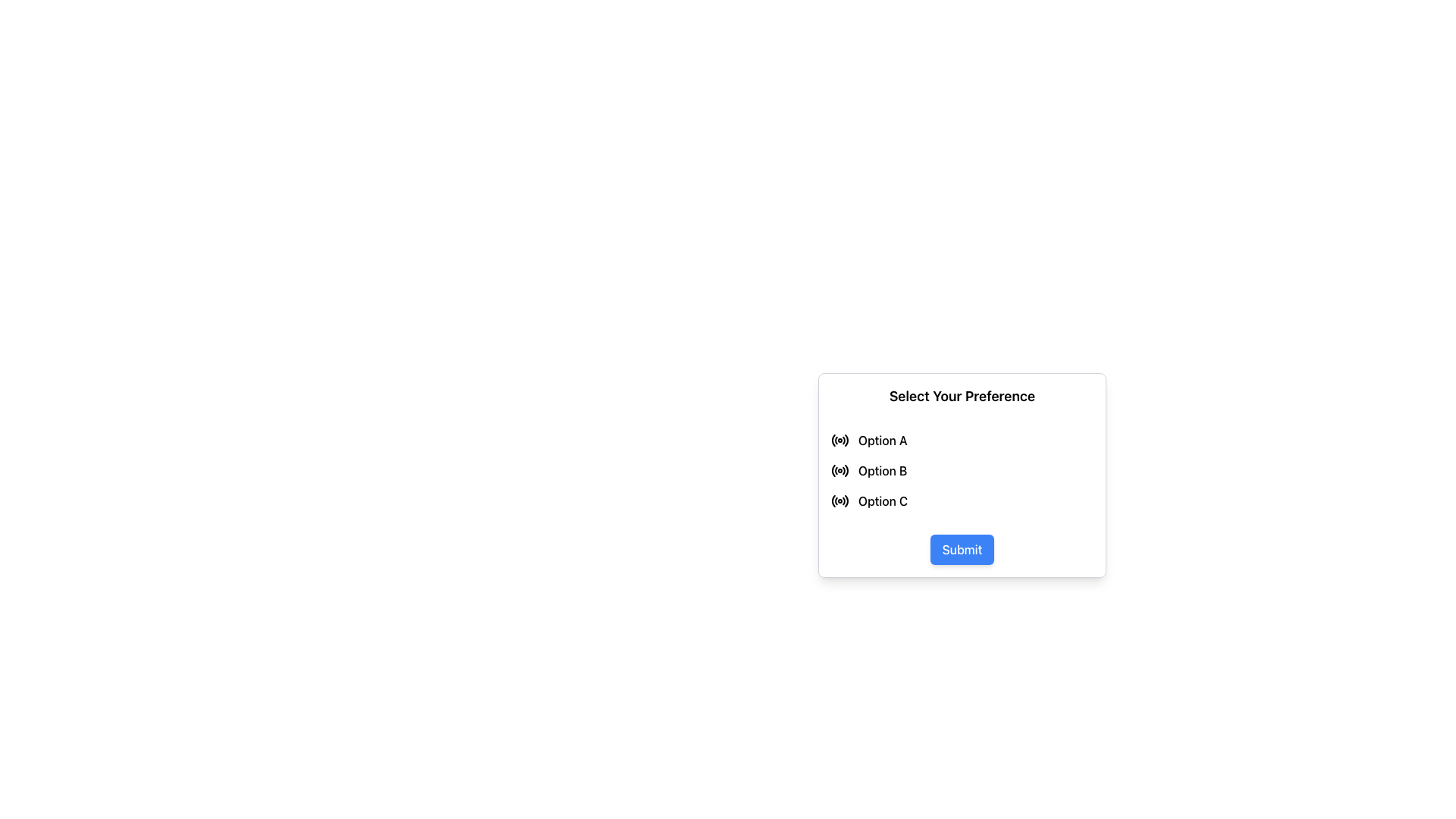 The image size is (1456, 819). What do you see at coordinates (961, 470) in the screenshot?
I see `the radio button labeled 'Option B', which is the second option in a vertical list of three options` at bounding box center [961, 470].